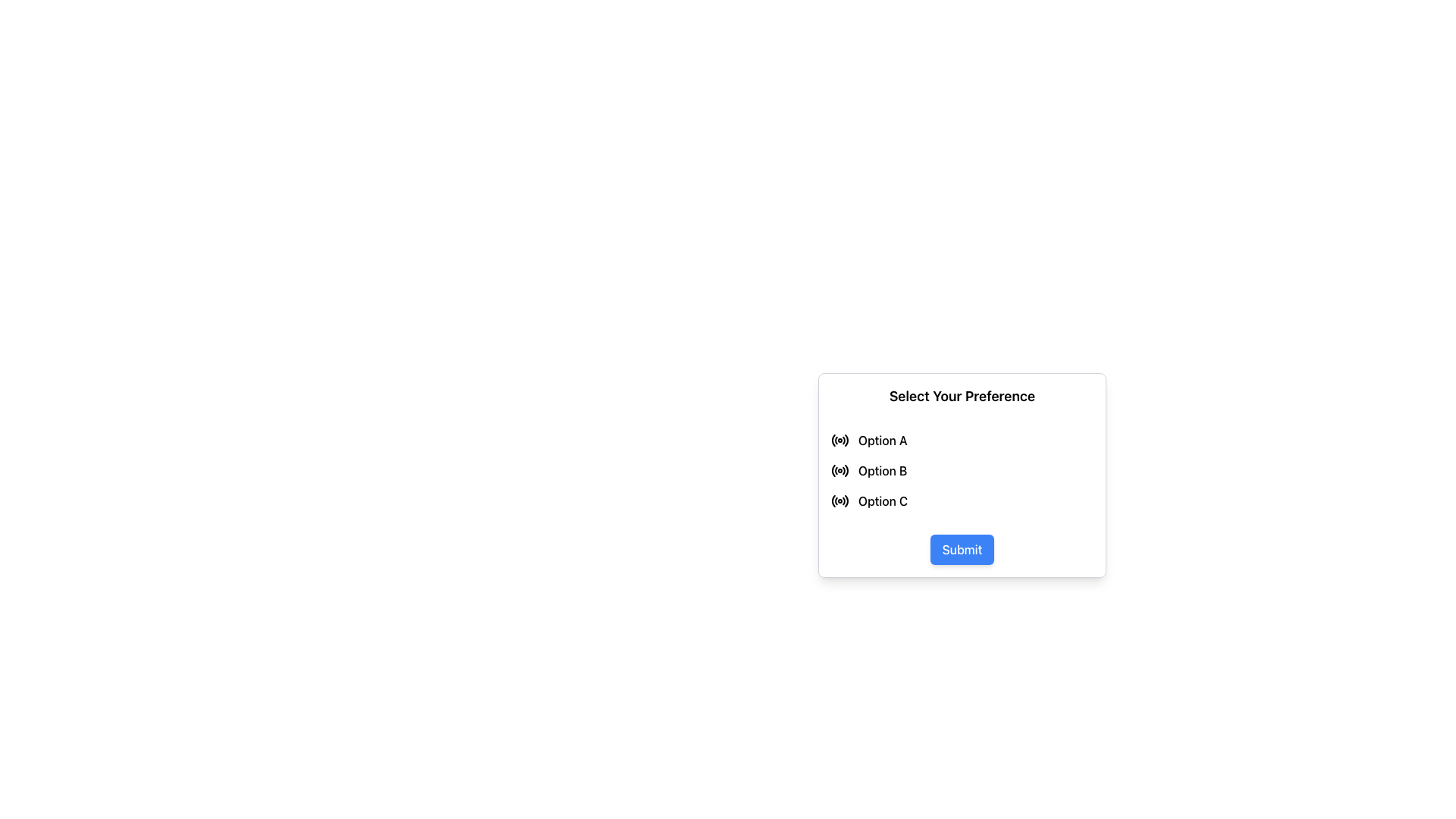 The image size is (1456, 819). What do you see at coordinates (961, 470) in the screenshot?
I see `the radio button labeled 'Option B', which is the second option in a vertical list of three options` at bounding box center [961, 470].